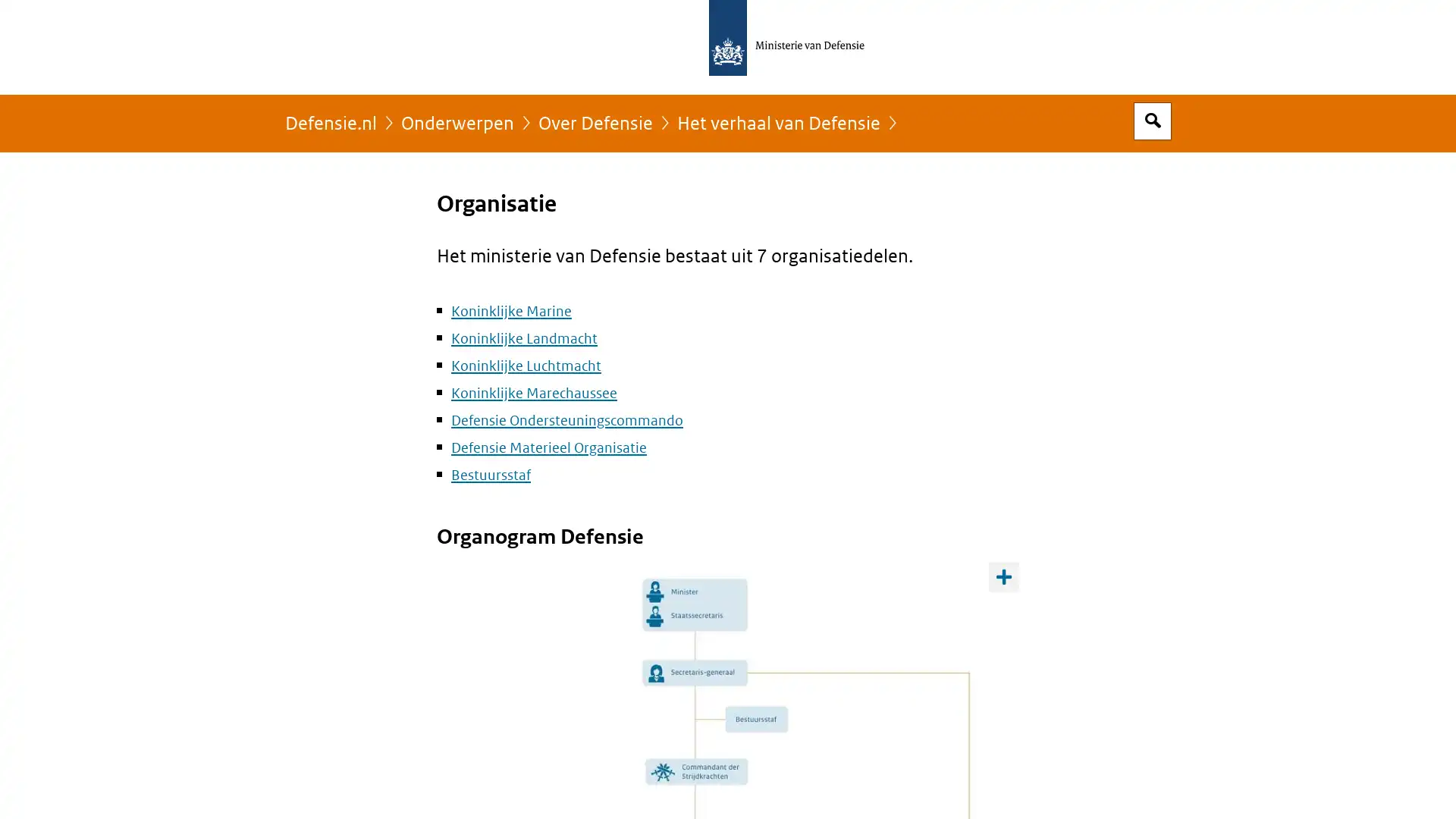  I want to click on Open zoekveld, so click(1153, 120).